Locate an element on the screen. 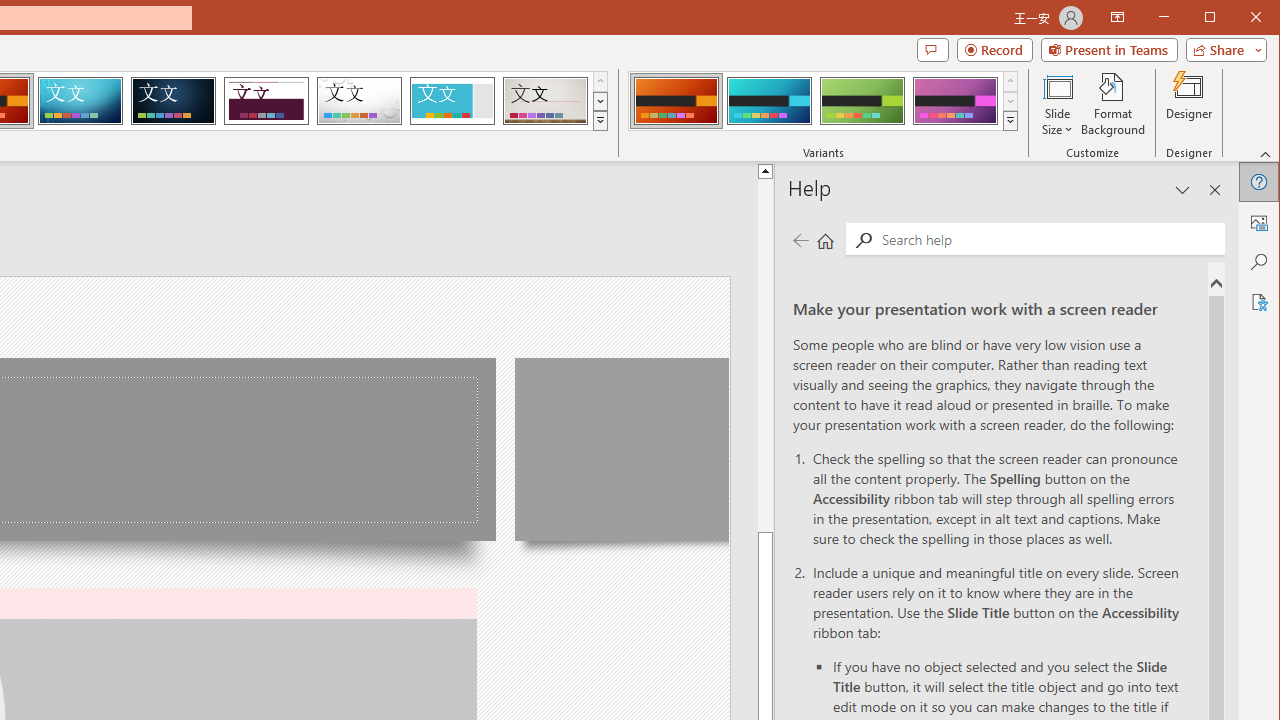  'Dividend' is located at coordinates (265, 100).